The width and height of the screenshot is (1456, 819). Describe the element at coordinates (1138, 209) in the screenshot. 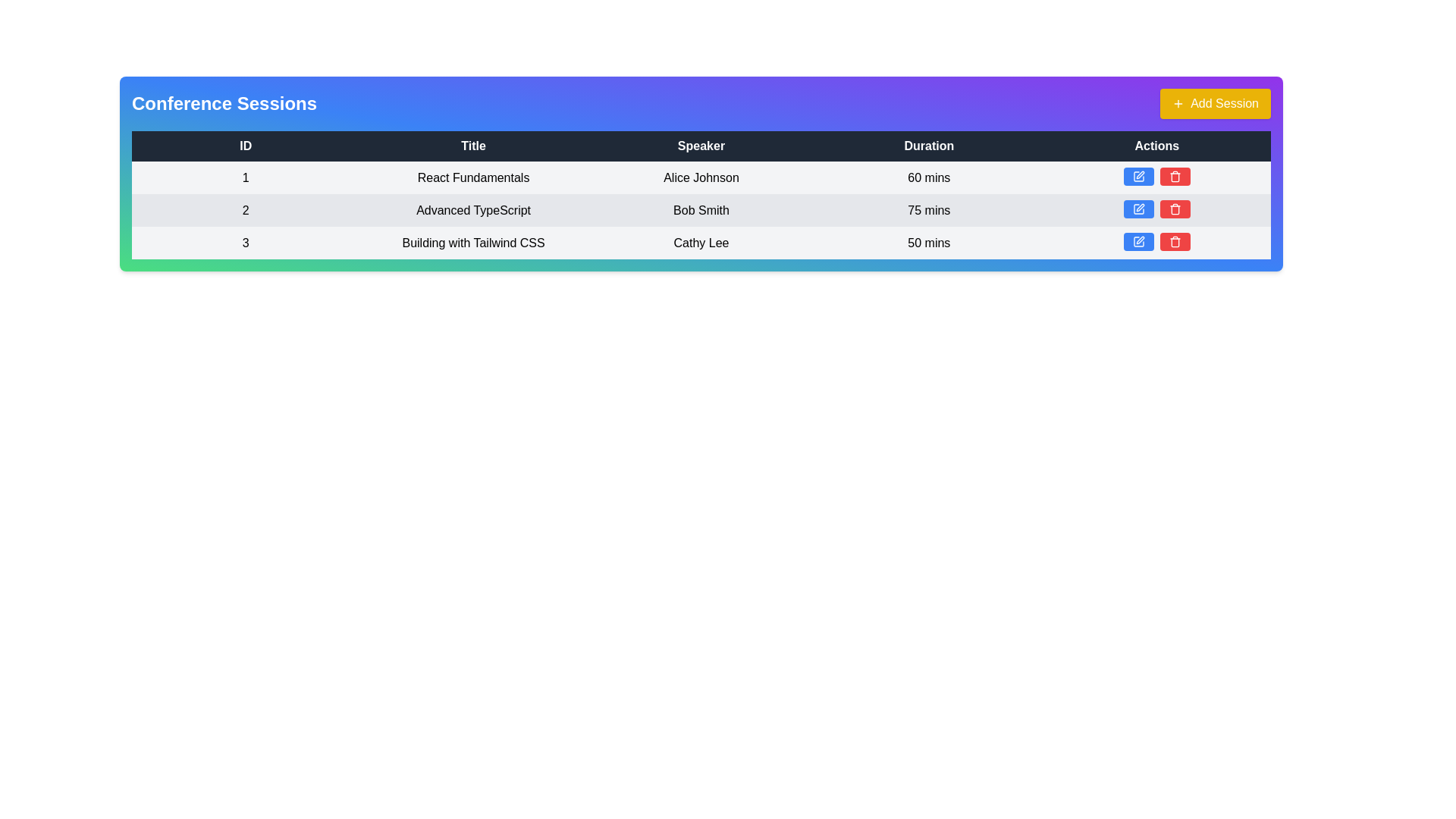

I see `the edit button for the 'Advanced TypeScript' row located in the 'Actions' column of the conference sessions table` at that location.